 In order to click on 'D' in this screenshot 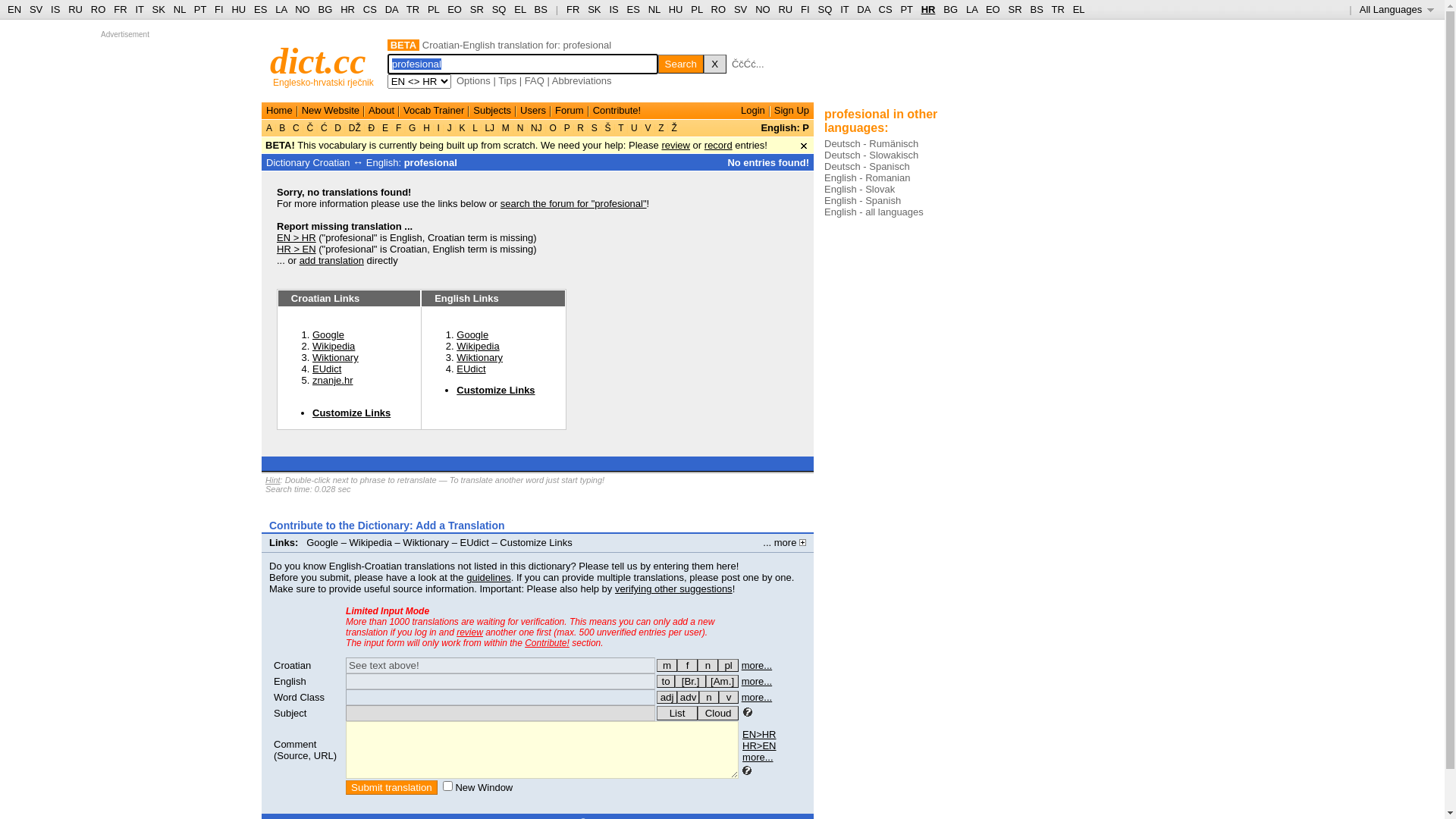, I will do `click(337, 127)`.